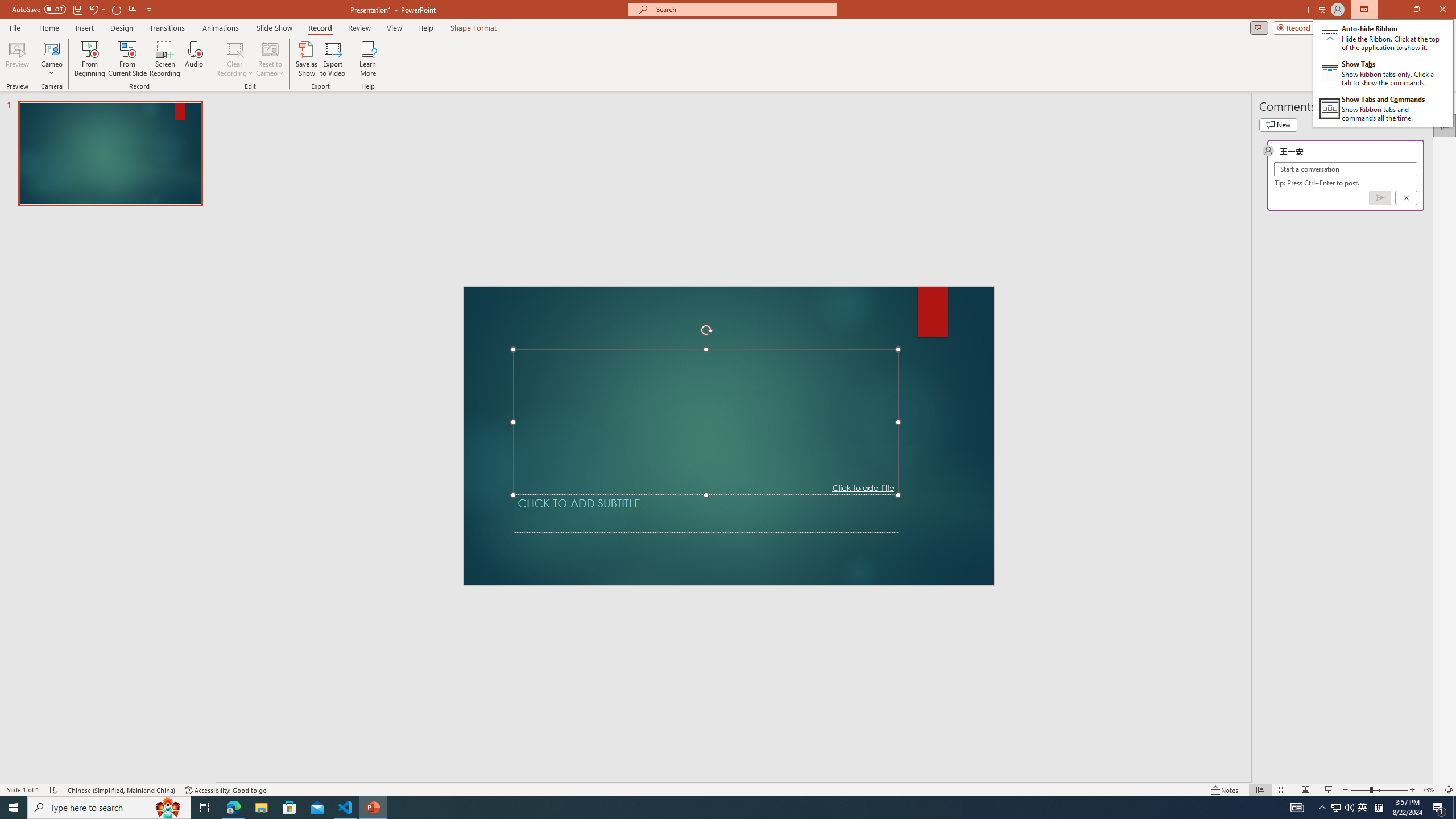 The image size is (1456, 819). What do you see at coordinates (1363, 9) in the screenshot?
I see `'Ribbon Display Options'` at bounding box center [1363, 9].